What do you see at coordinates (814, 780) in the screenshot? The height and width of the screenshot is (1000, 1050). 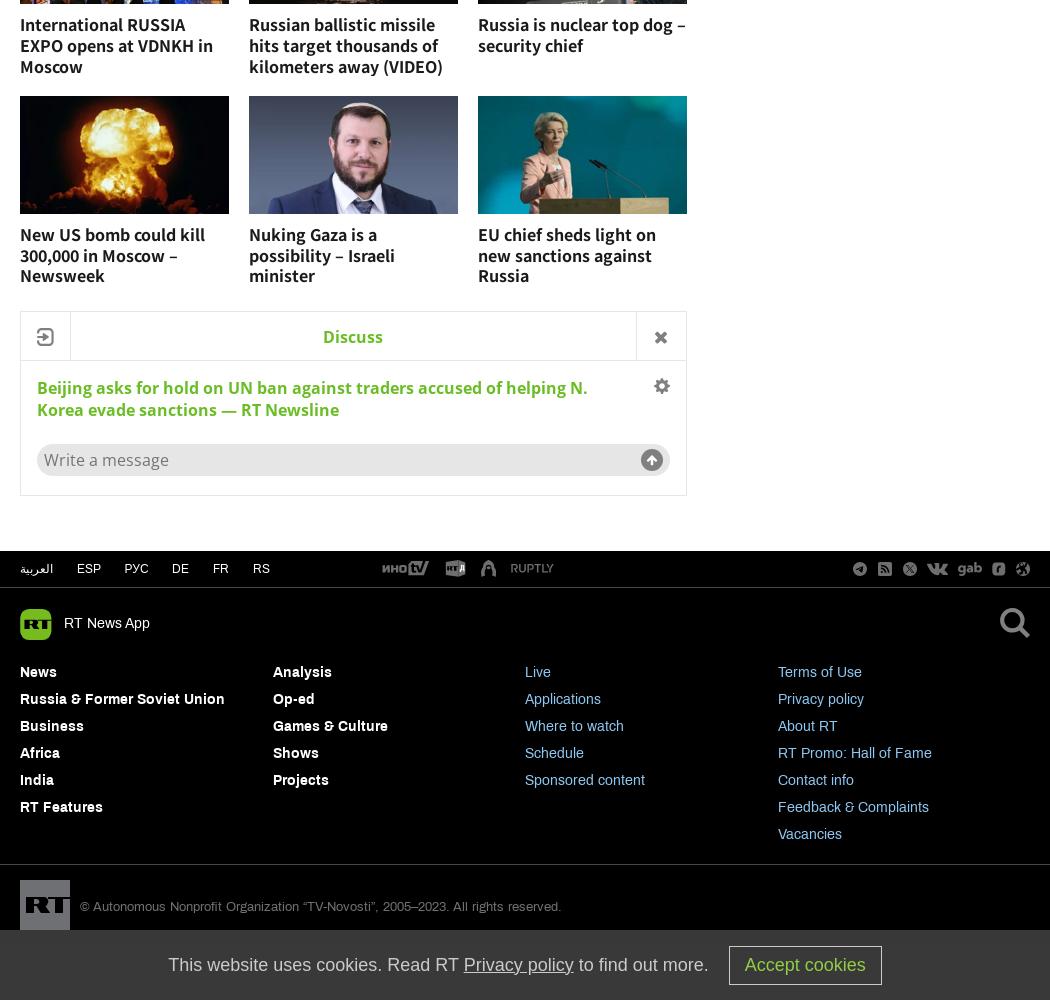 I see `'Contact info'` at bounding box center [814, 780].